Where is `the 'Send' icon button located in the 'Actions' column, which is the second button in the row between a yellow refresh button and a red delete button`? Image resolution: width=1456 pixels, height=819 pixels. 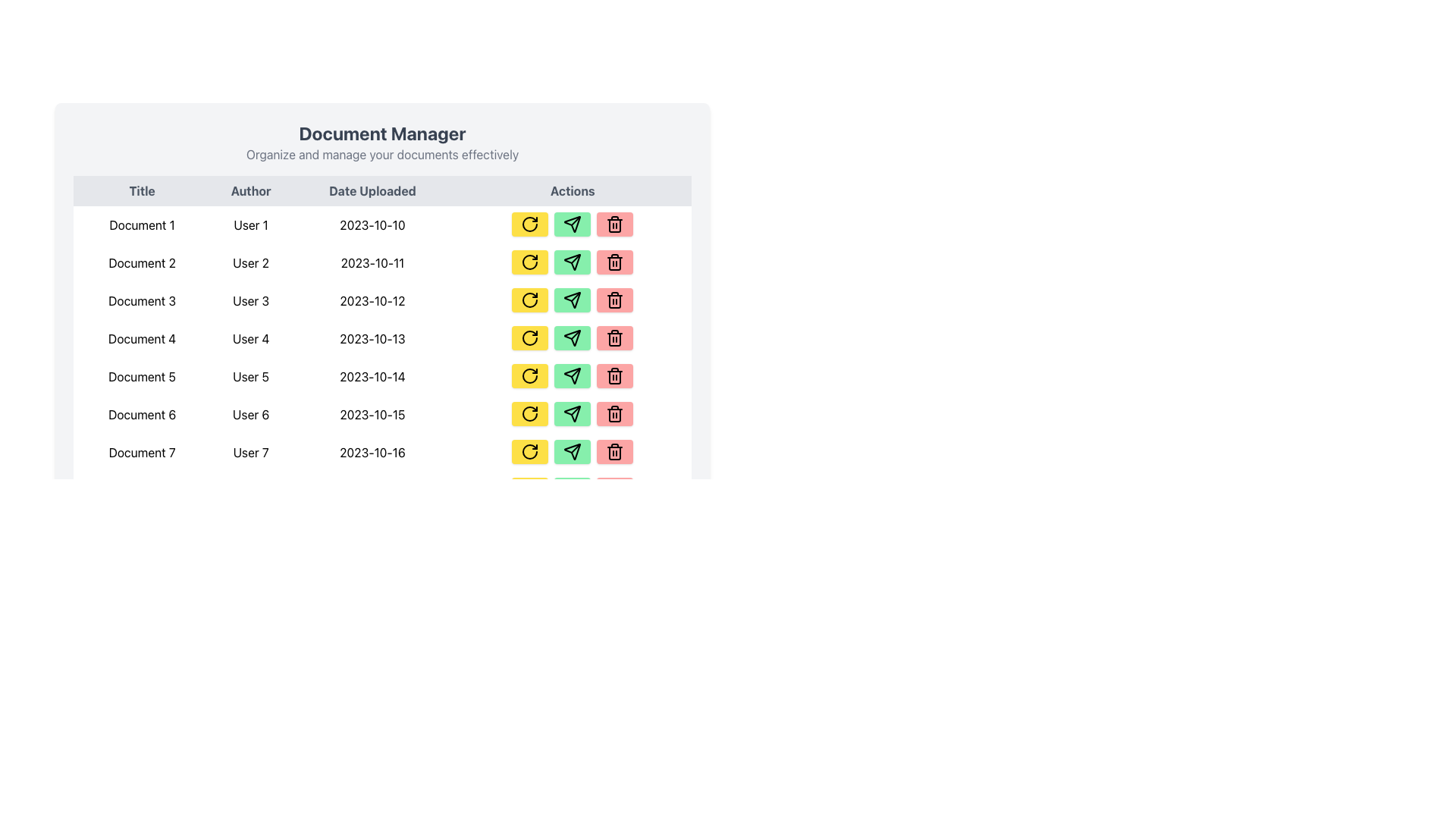
the 'Send' icon button located in the 'Actions' column, which is the second button in the row between a yellow refresh button and a red delete button is located at coordinates (572, 224).